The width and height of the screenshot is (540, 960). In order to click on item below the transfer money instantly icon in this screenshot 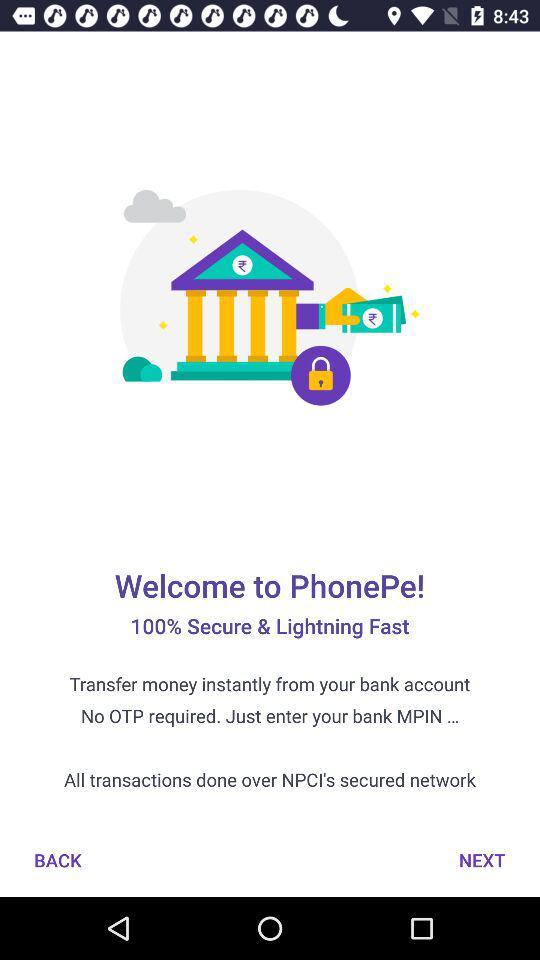, I will do `click(481, 859)`.